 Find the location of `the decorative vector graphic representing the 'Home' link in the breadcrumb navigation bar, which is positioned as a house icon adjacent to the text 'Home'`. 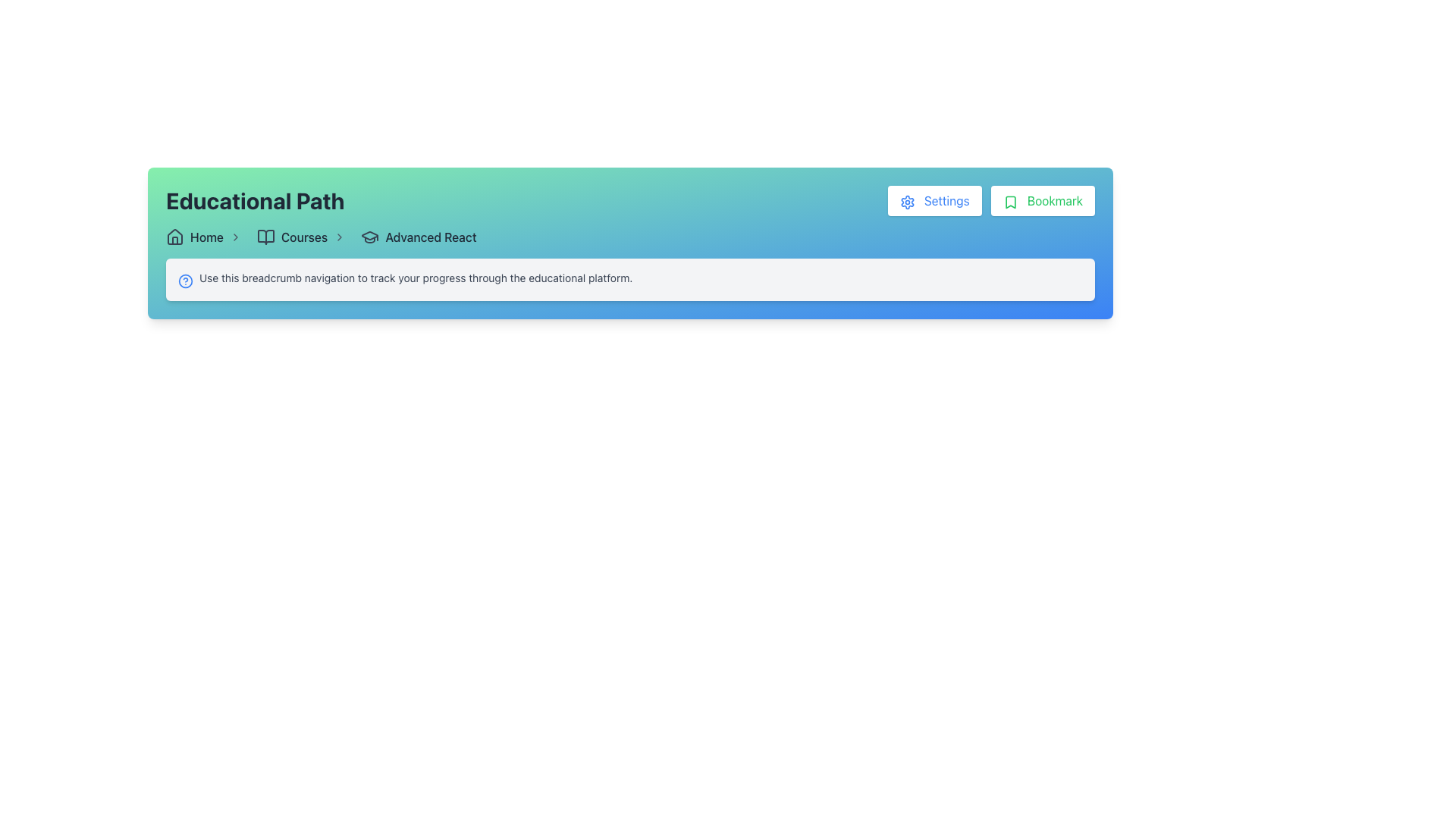

the decorative vector graphic representing the 'Home' link in the breadcrumb navigation bar, which is positioned as a house icon adjacent to the text 'Home' is located at coordinates (174, 240).